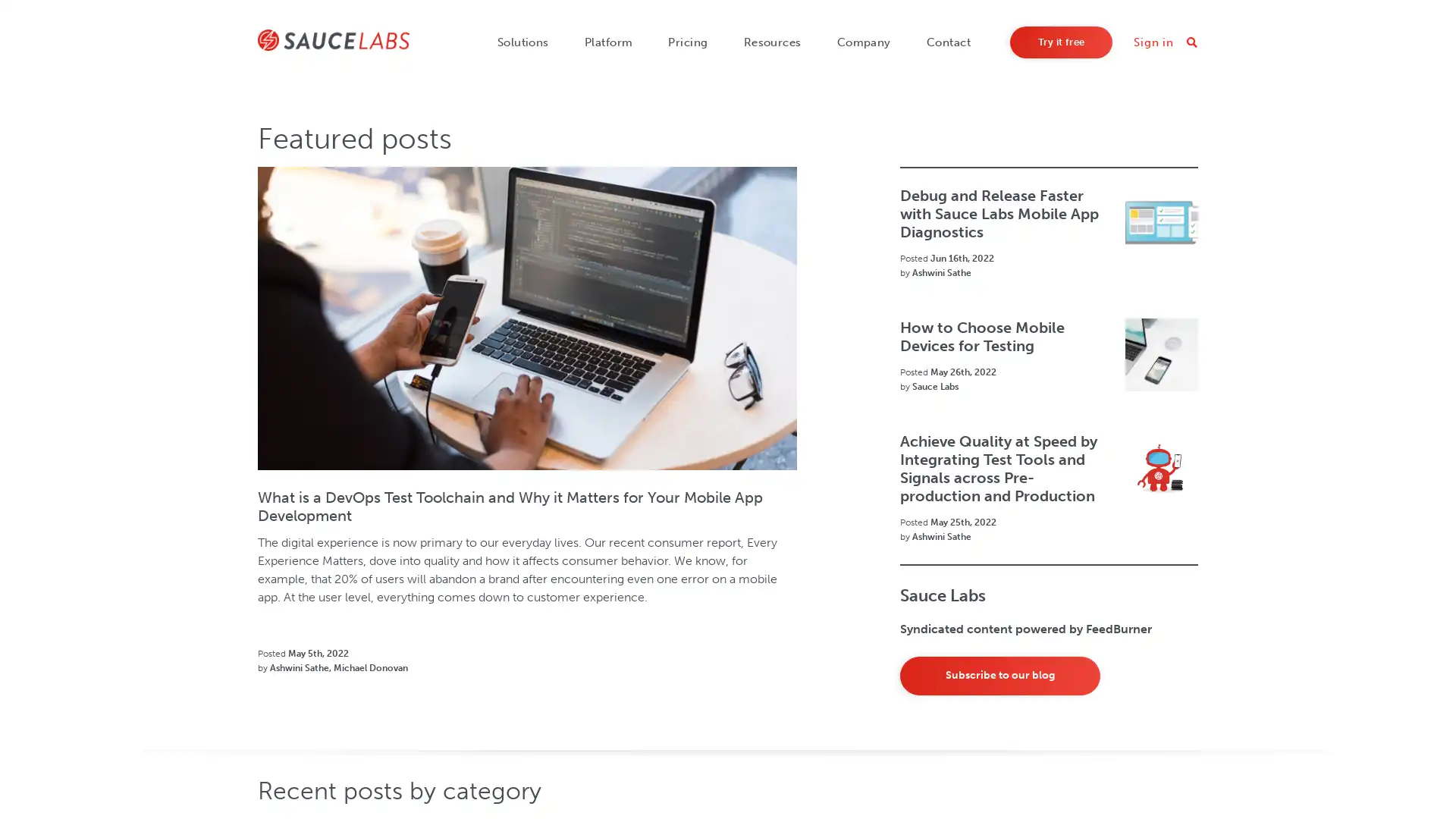 The height and width of the screenshot is (819, 1456). Describe the element at coordinates (1190, 42) in the screenshot. I see `search` at that location.